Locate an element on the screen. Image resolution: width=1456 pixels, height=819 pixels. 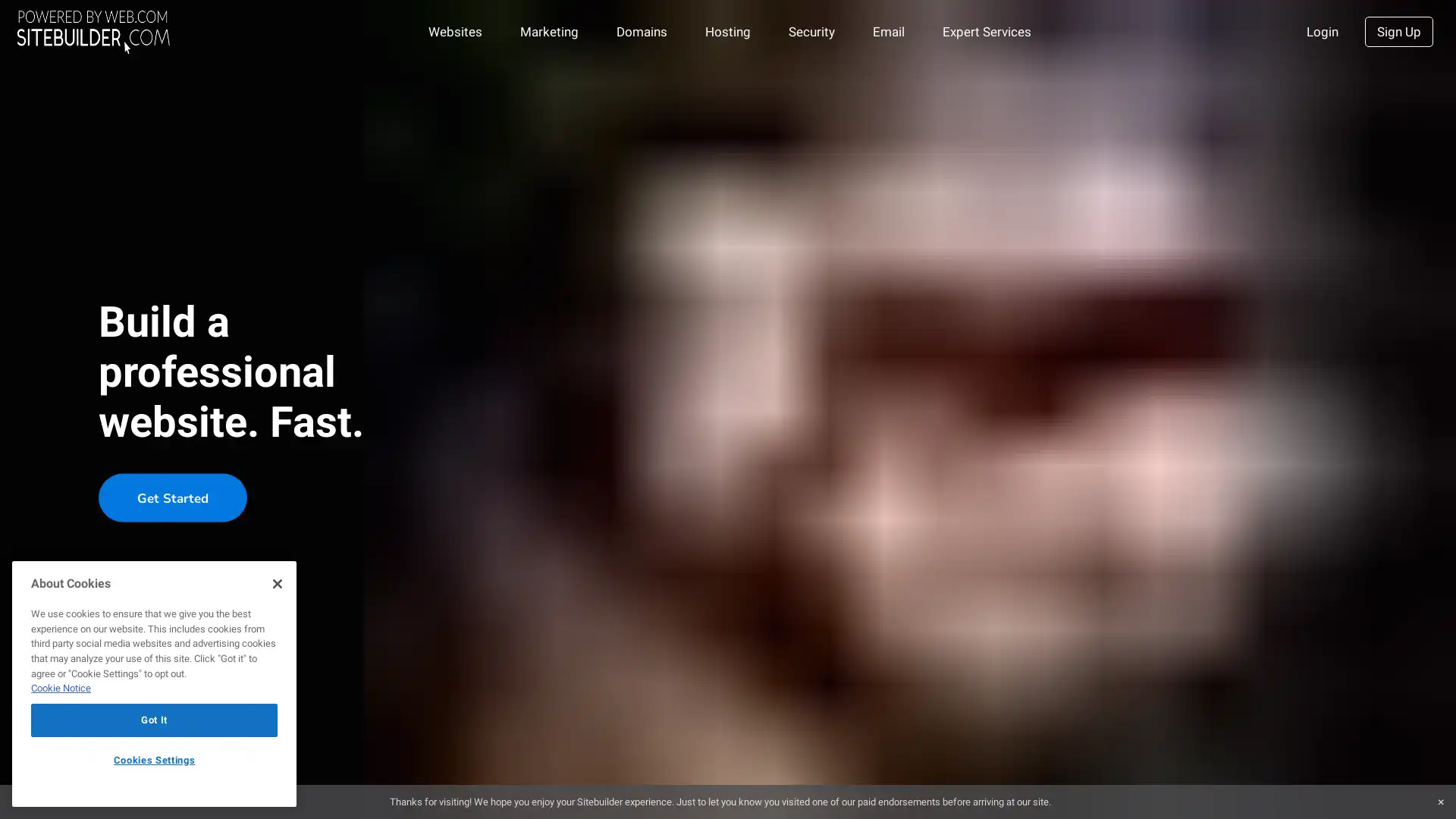
Close is located at coordinates (277, 582).